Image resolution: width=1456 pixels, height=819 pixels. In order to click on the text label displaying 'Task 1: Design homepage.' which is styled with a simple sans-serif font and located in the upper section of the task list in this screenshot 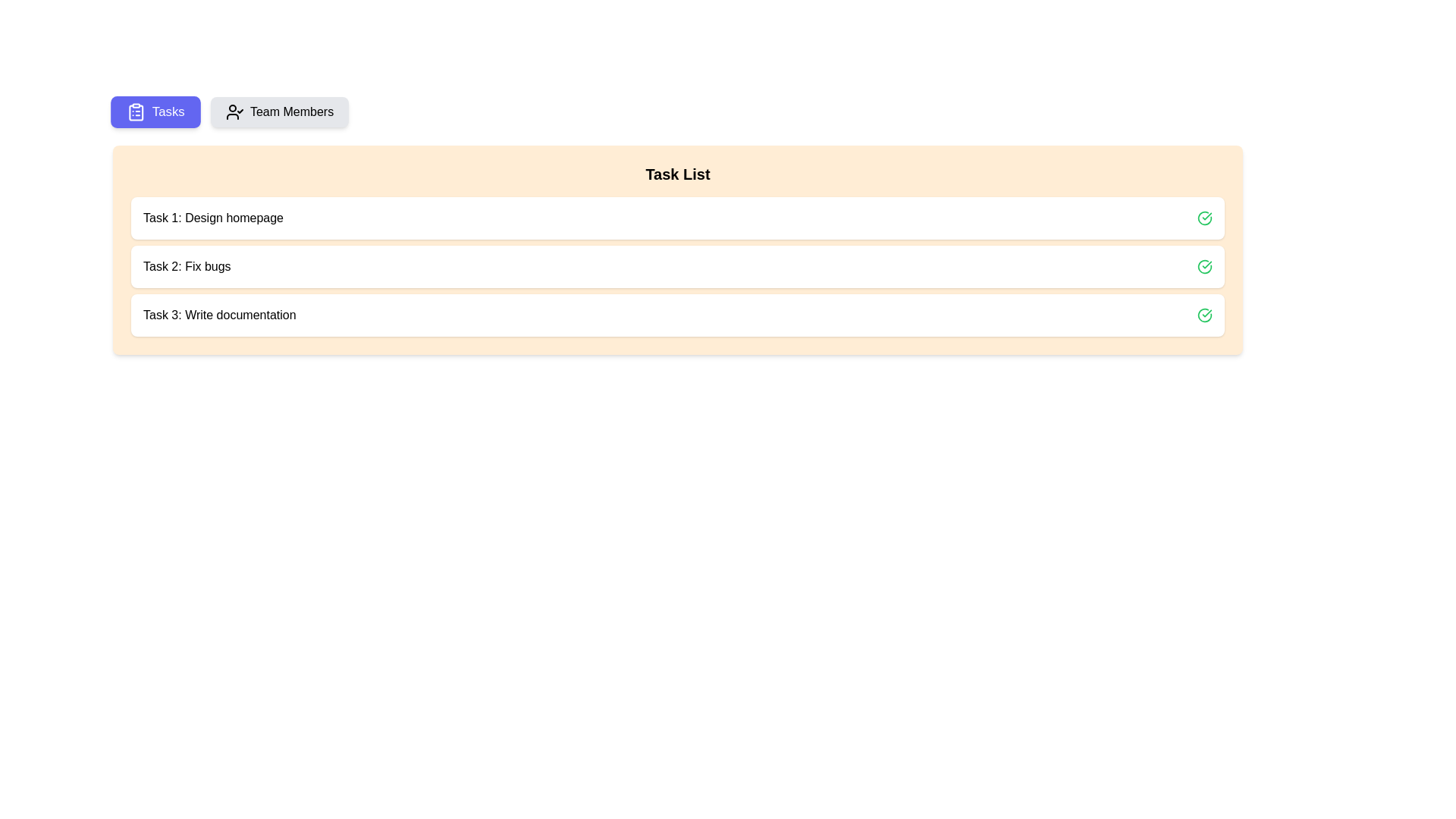, I will do `click(212, 218)`.